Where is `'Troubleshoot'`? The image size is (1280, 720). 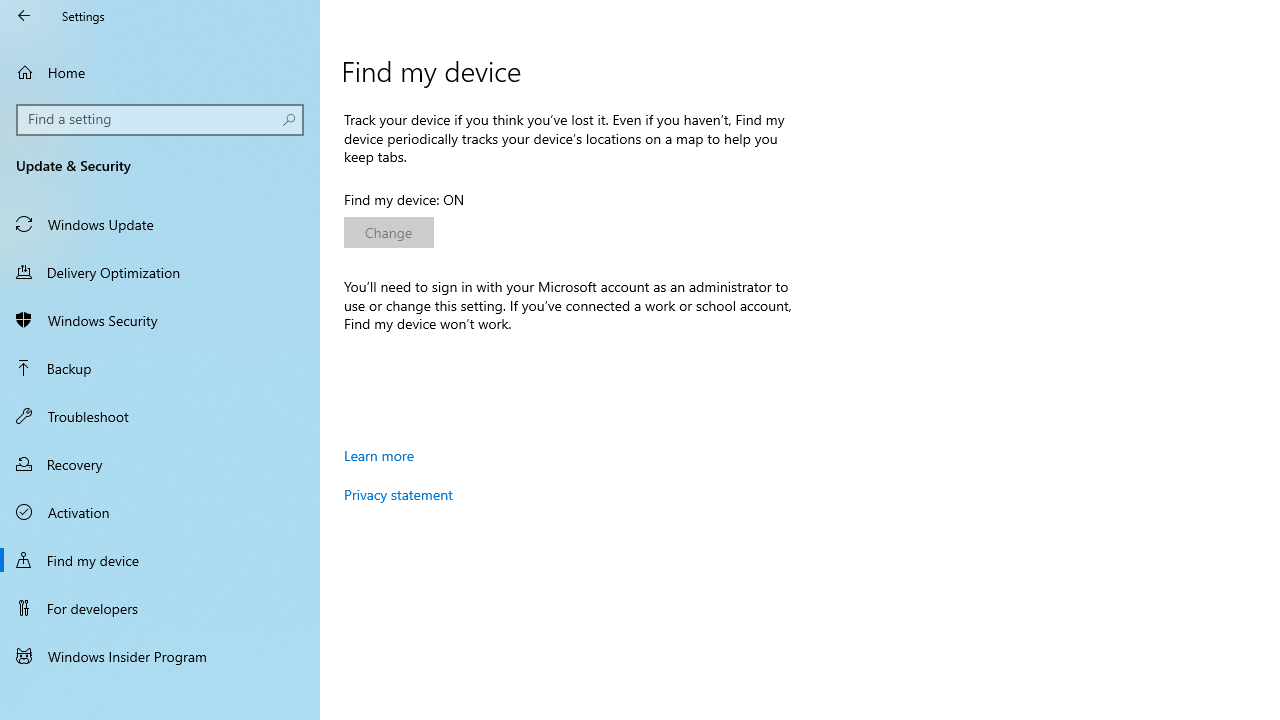 'Troubleshoot' is located at coordinates (160, 414).